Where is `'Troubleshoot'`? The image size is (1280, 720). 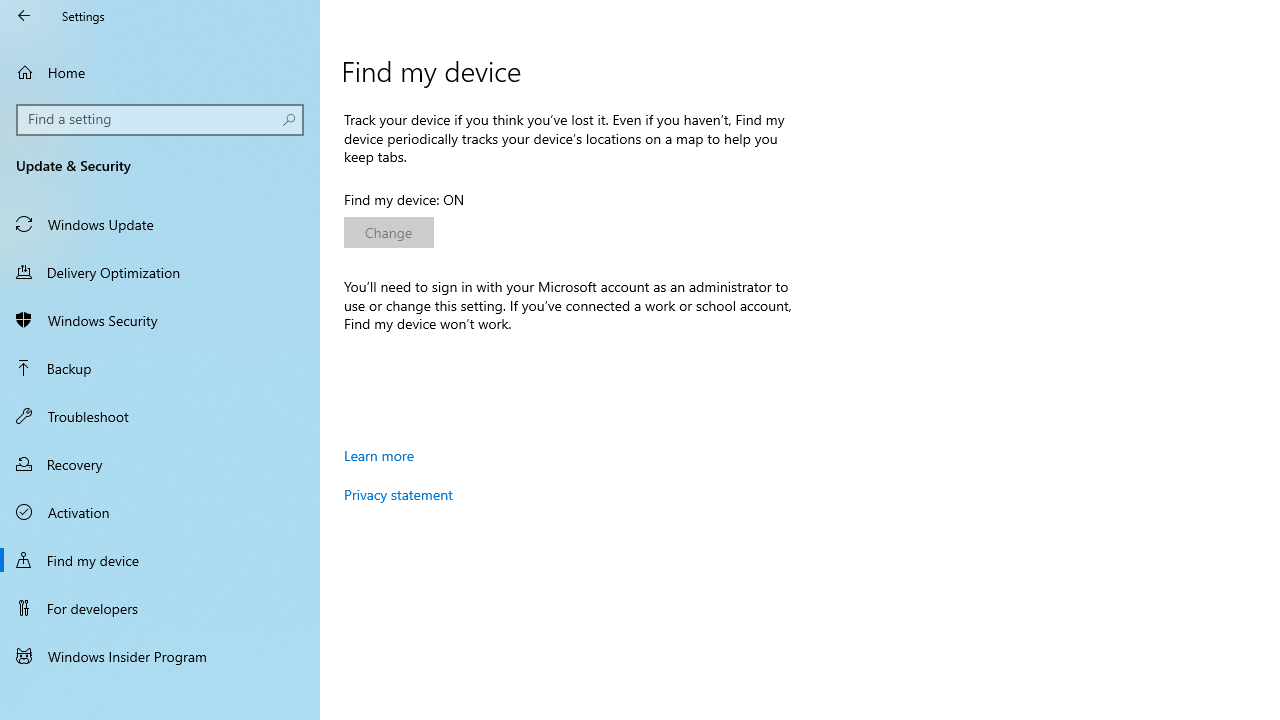 'Troubleshoot' is located at coordinates (160, 414).